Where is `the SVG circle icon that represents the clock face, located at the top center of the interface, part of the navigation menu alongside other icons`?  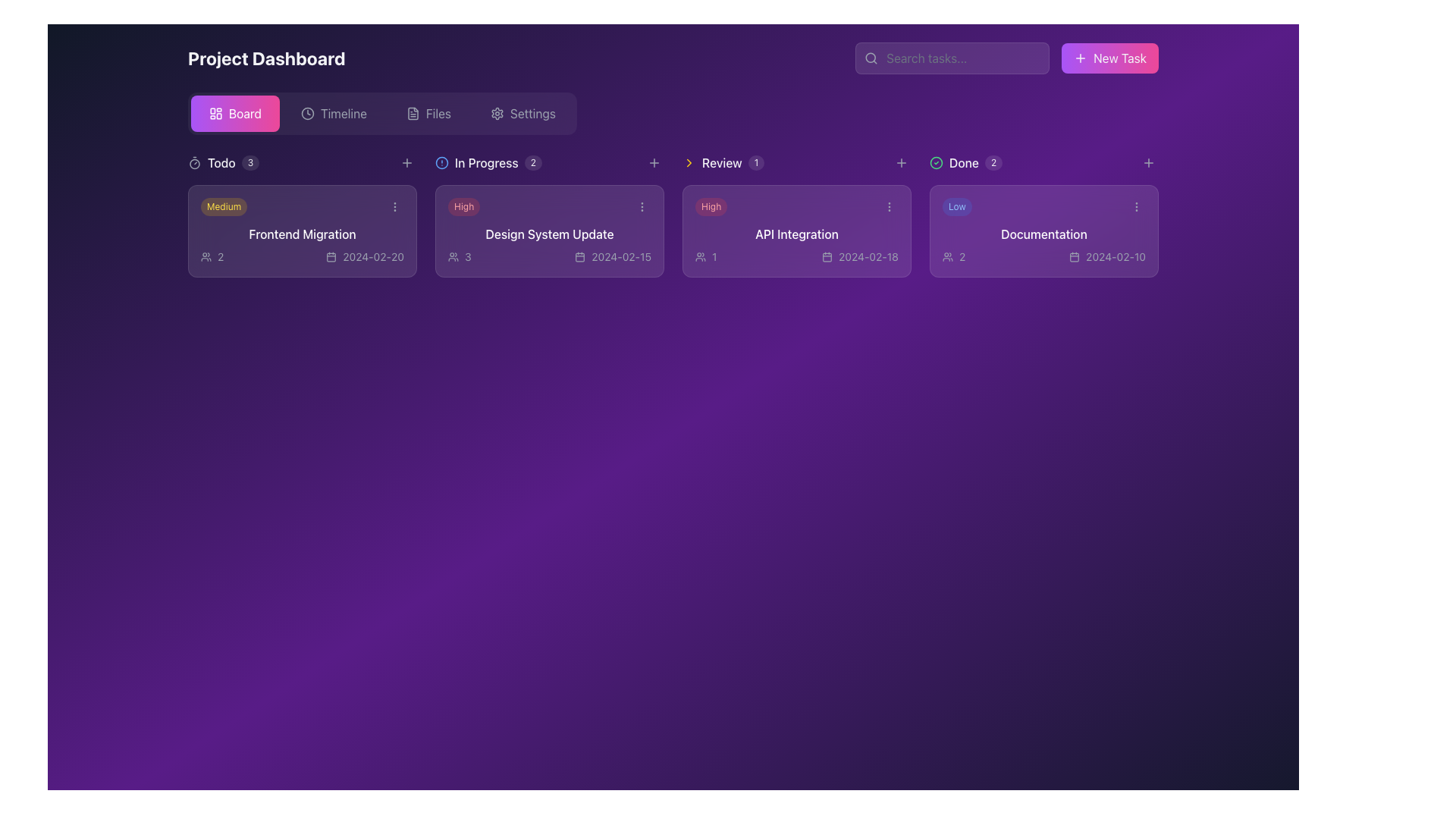 the SVG circle icon that represents the clock face, located at the top center of the interface, part of the navigation menu alongside other icons is located at coordinates (306, 113).